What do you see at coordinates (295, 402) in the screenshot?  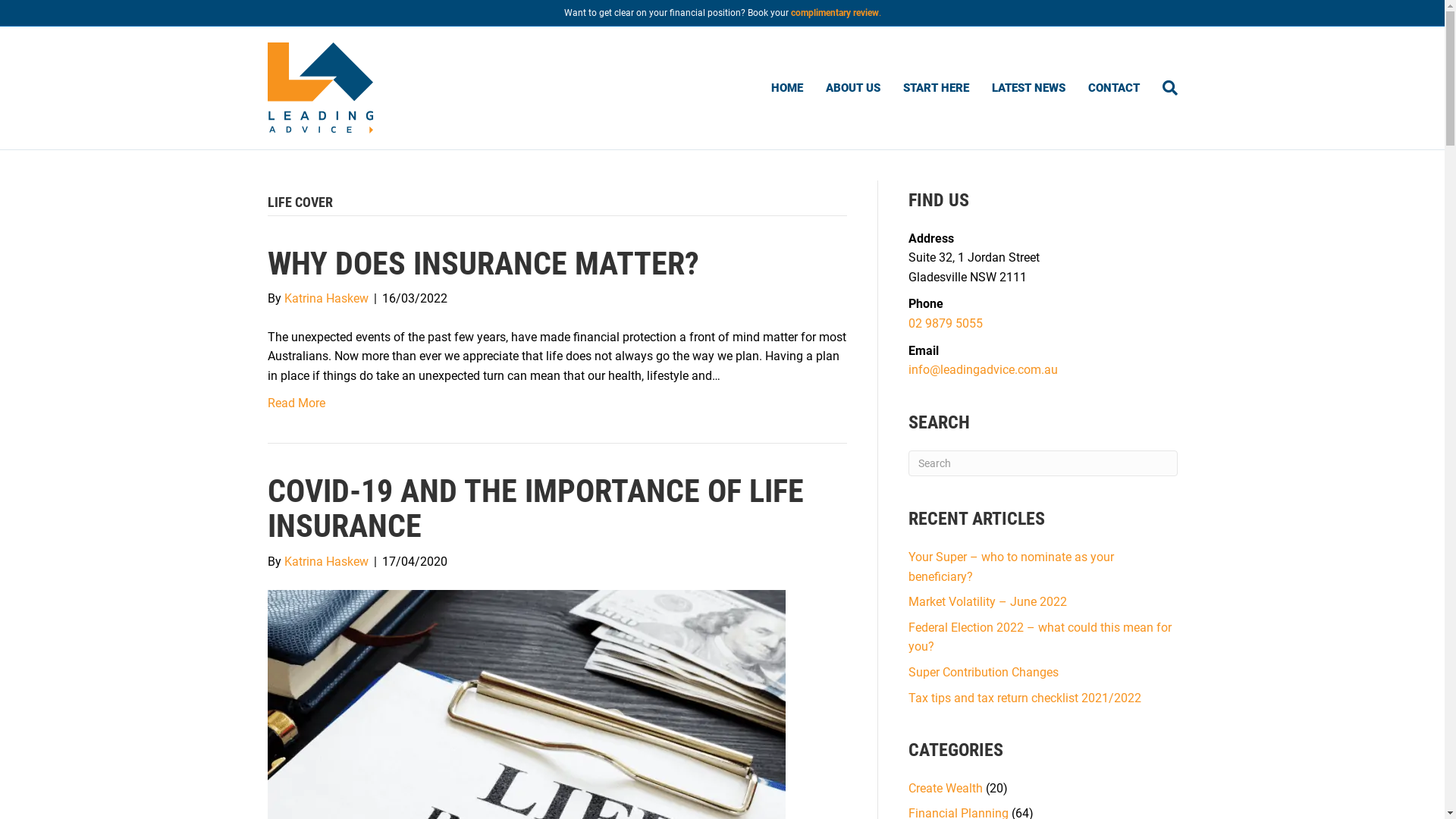 I see `'Read More'` at bounding box center [295, 402].